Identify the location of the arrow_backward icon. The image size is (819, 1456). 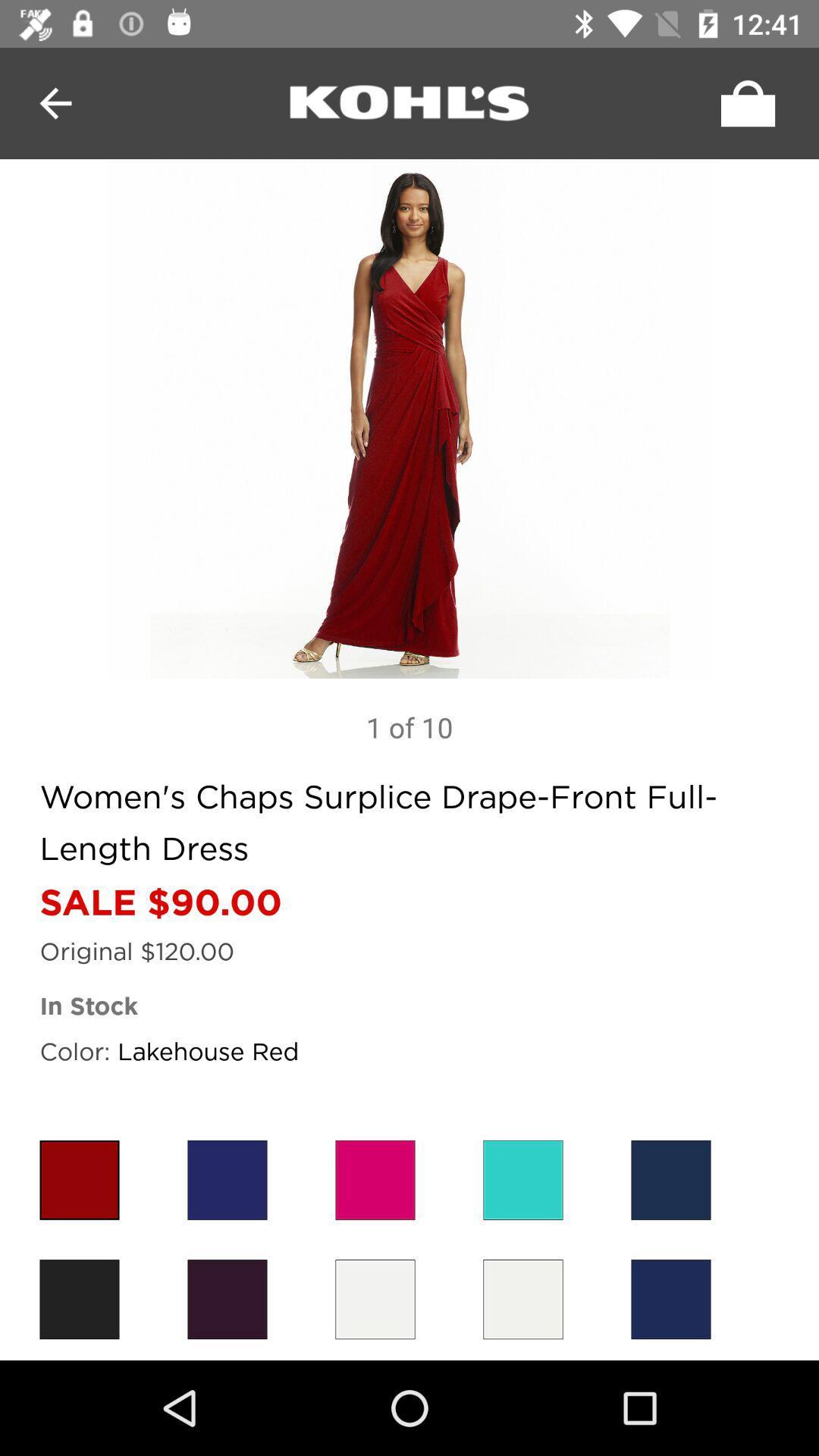
(55, 102).